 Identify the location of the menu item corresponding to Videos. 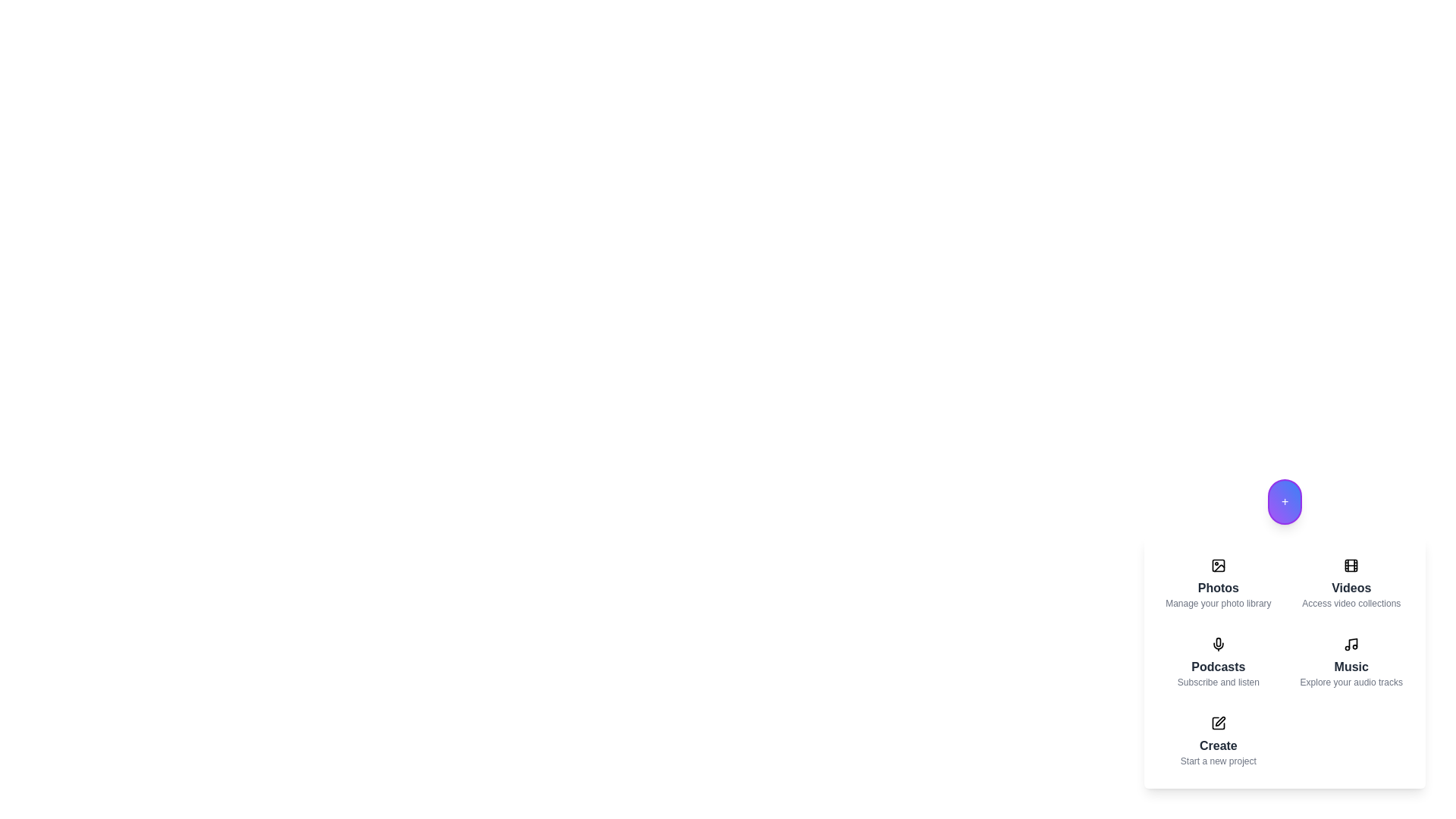
(1351, 583).